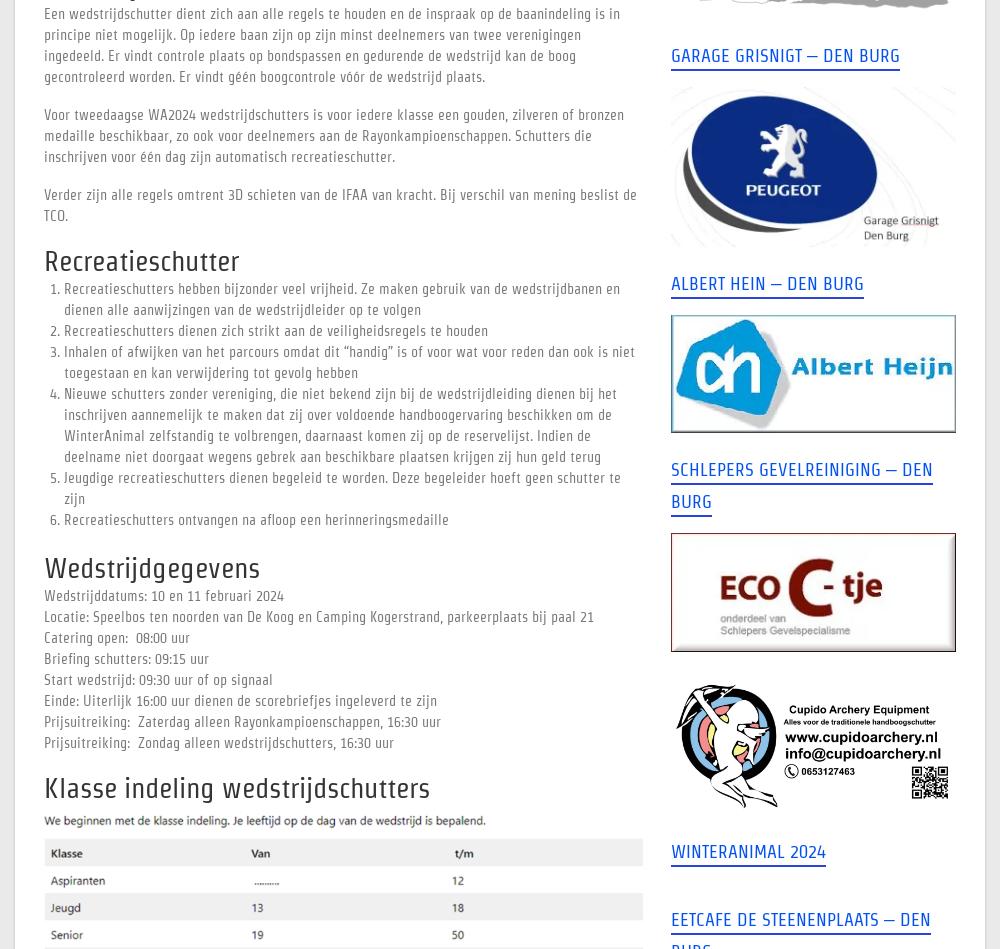  Describe the element at coordinates (318, 616) in the screenshot. I see `'Locatie: Speelbos ten noorden van De Koog en Camping Kogerstrand, parkeerplaats bij paal 21'` at that location.